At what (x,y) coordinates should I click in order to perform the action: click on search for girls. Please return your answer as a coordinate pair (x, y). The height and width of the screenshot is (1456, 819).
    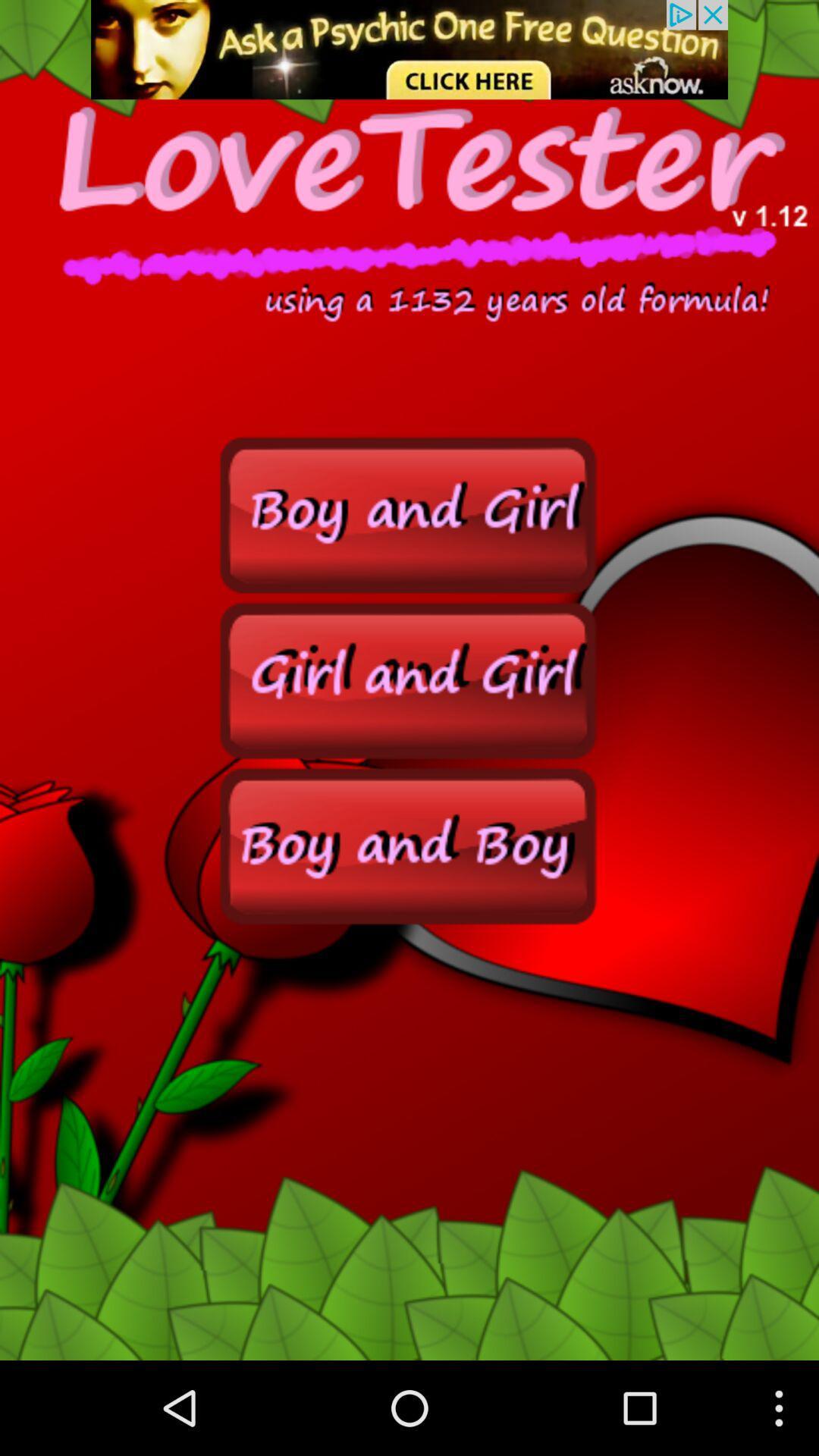
    Looking at the image, I should click on (409, 679).